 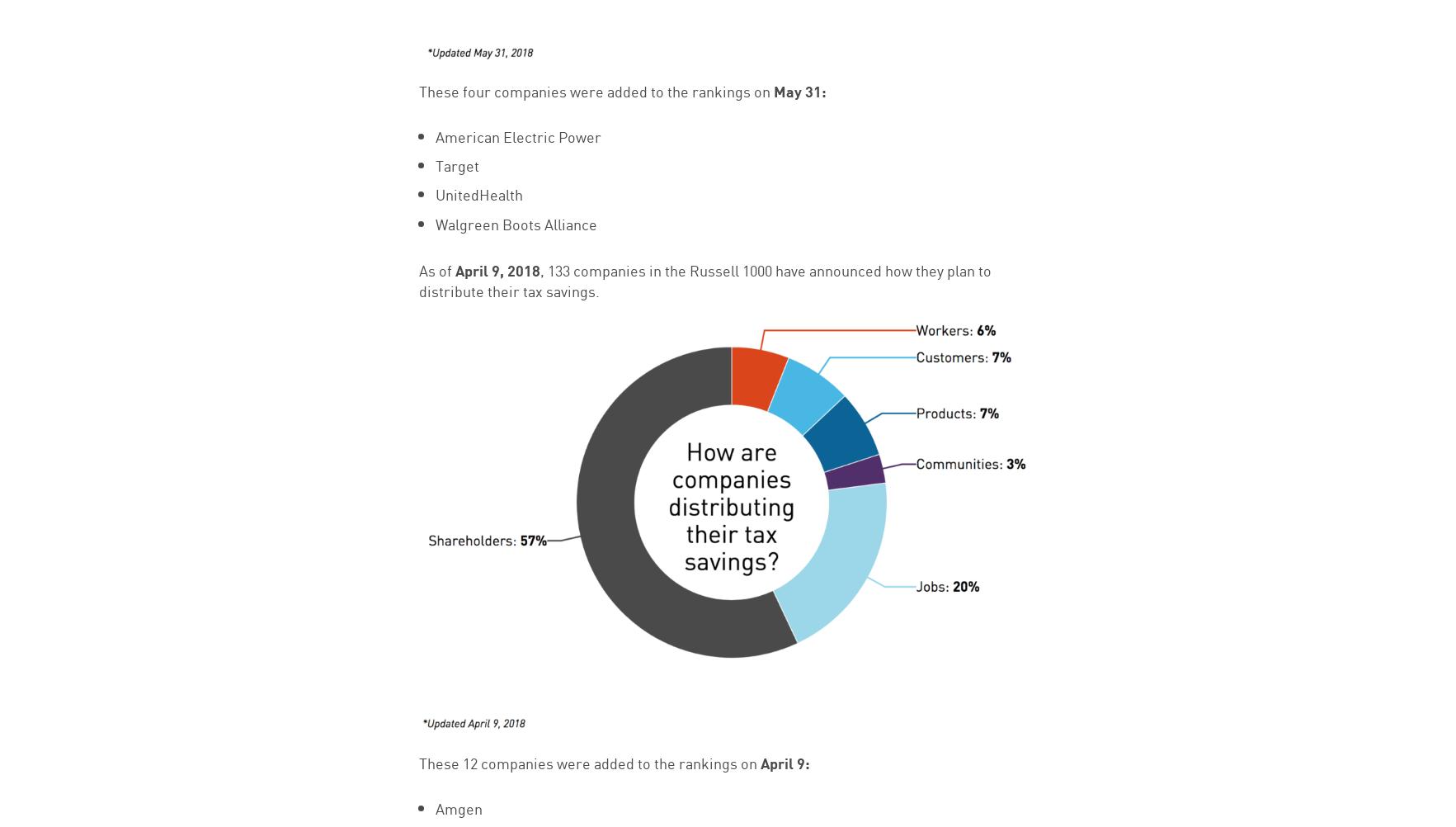 I want to click on 'Amgen', so click(x=434, y=806).